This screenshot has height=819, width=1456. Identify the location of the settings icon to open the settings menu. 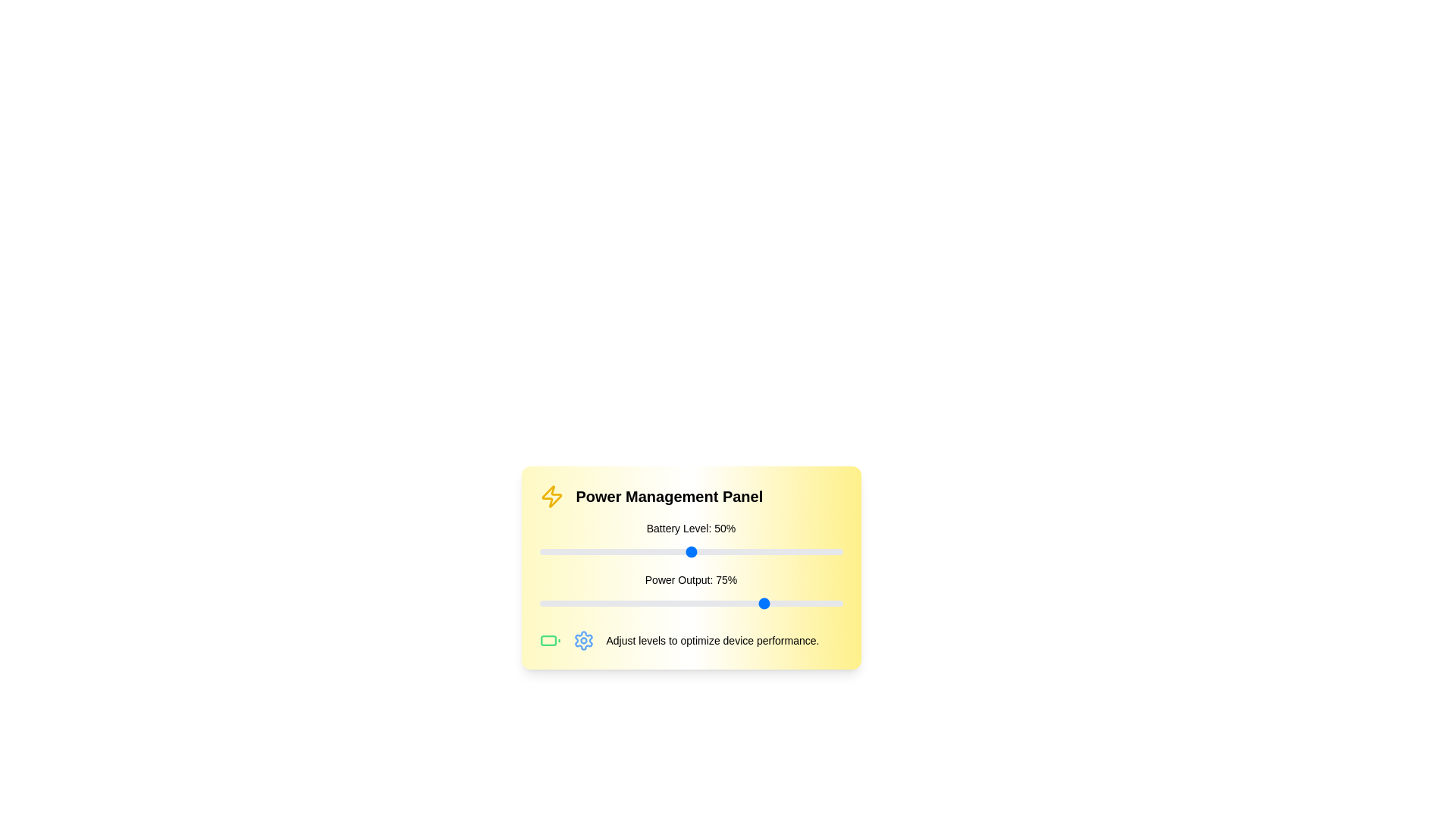
(582, 640).